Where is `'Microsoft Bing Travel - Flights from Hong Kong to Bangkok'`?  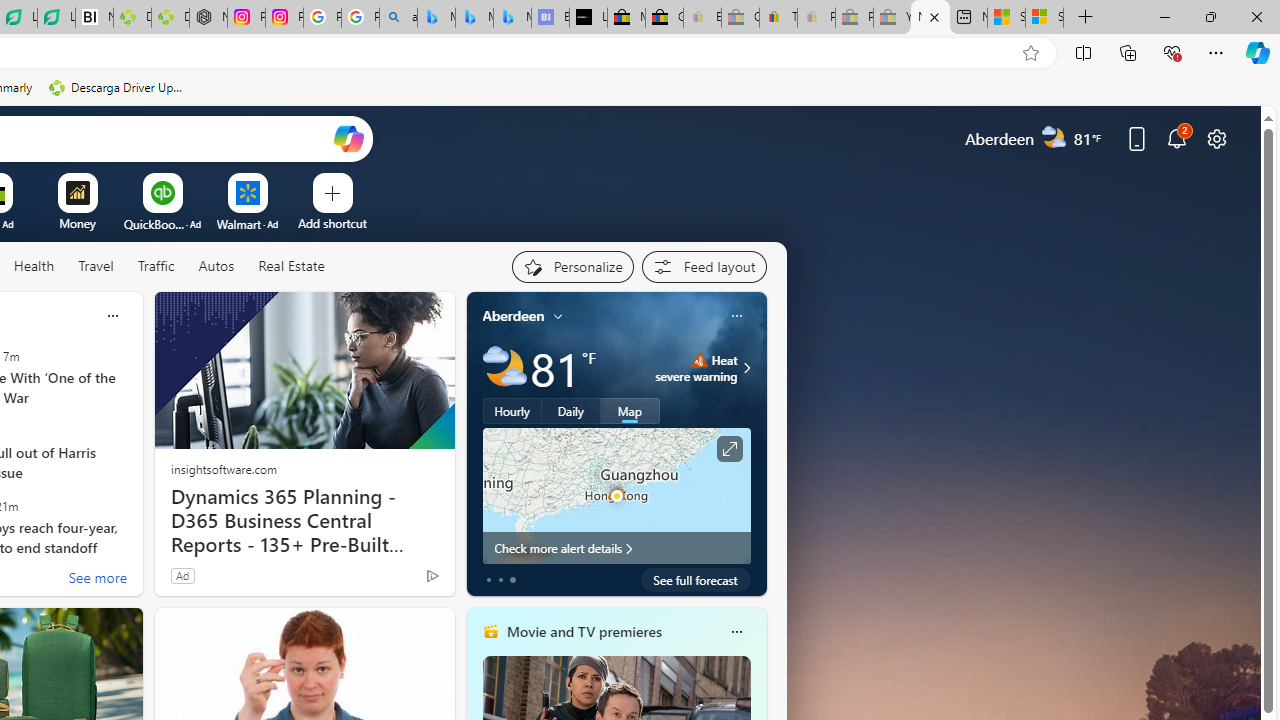 'Microsoft Bing Travel - Flights from Hong Kong to Bangkok' is located at coordinates (435, 17).